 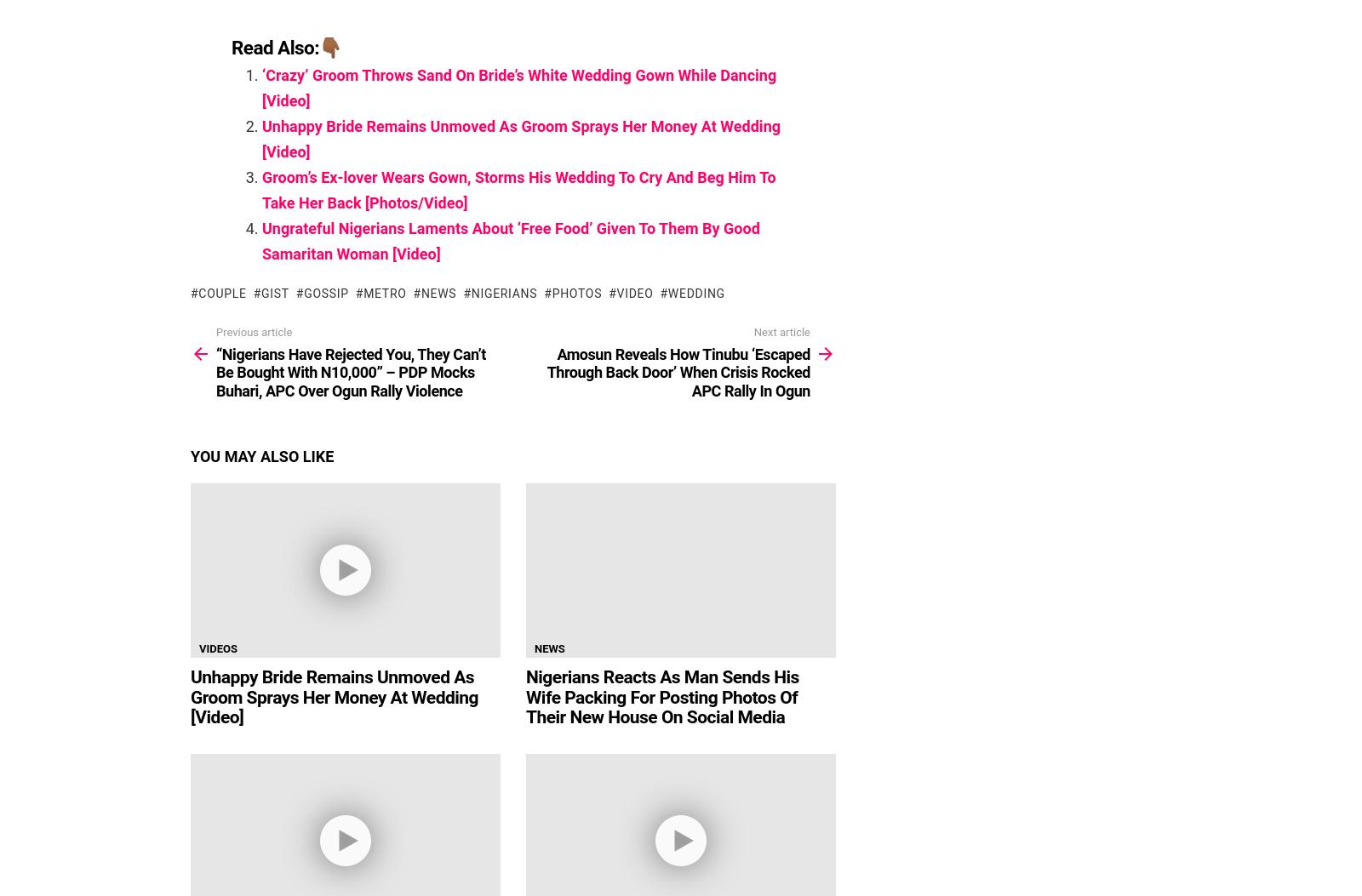 I want to click on '“Nigerians Have Rejected You, They Can’t Be Bought With N10,000” – PDP Mocks Buhari, APC Over Ogun Rally Violence', so click(x=216, y=370).